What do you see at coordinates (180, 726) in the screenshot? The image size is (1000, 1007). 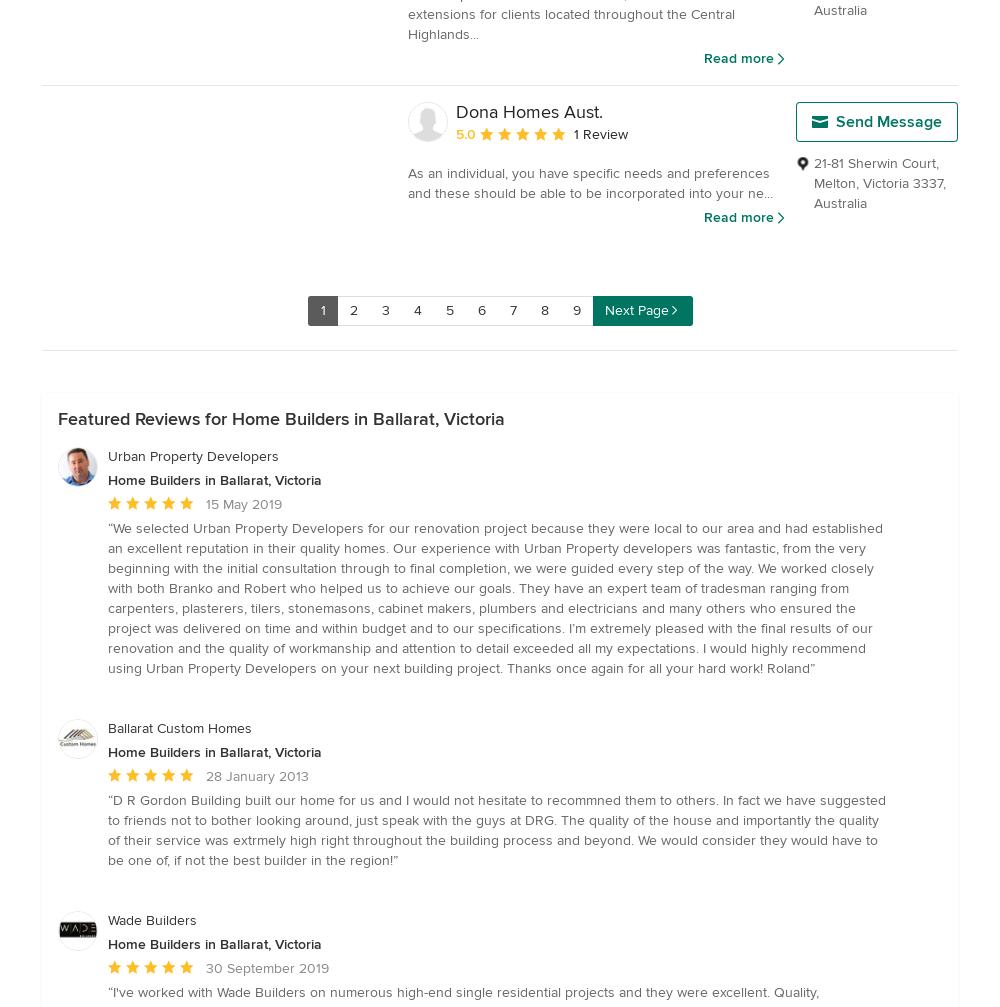 I see `'Ballarat Custom Homes'` at bounding box center [180, 726].